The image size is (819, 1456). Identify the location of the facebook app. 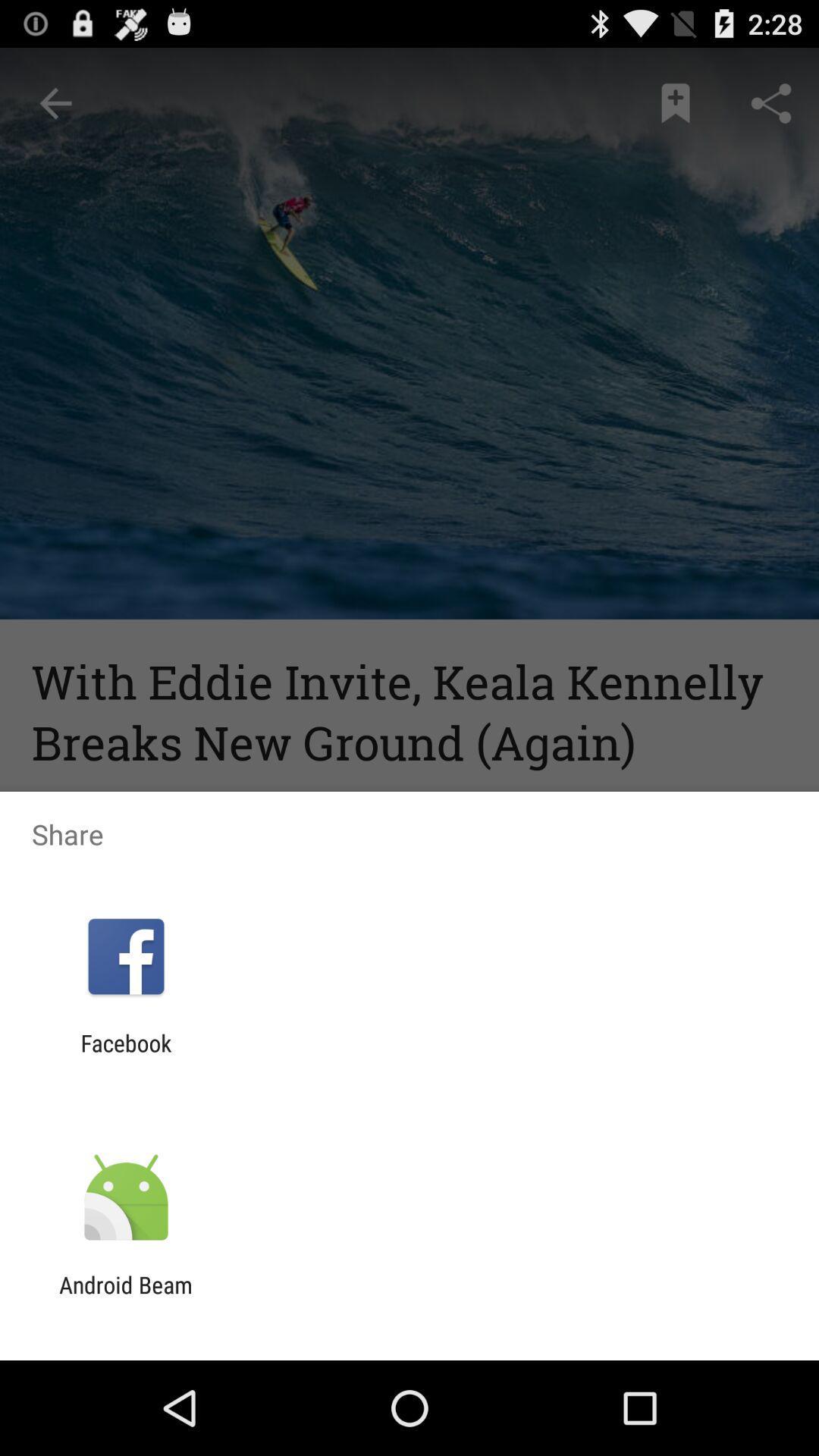
(125, 1056).